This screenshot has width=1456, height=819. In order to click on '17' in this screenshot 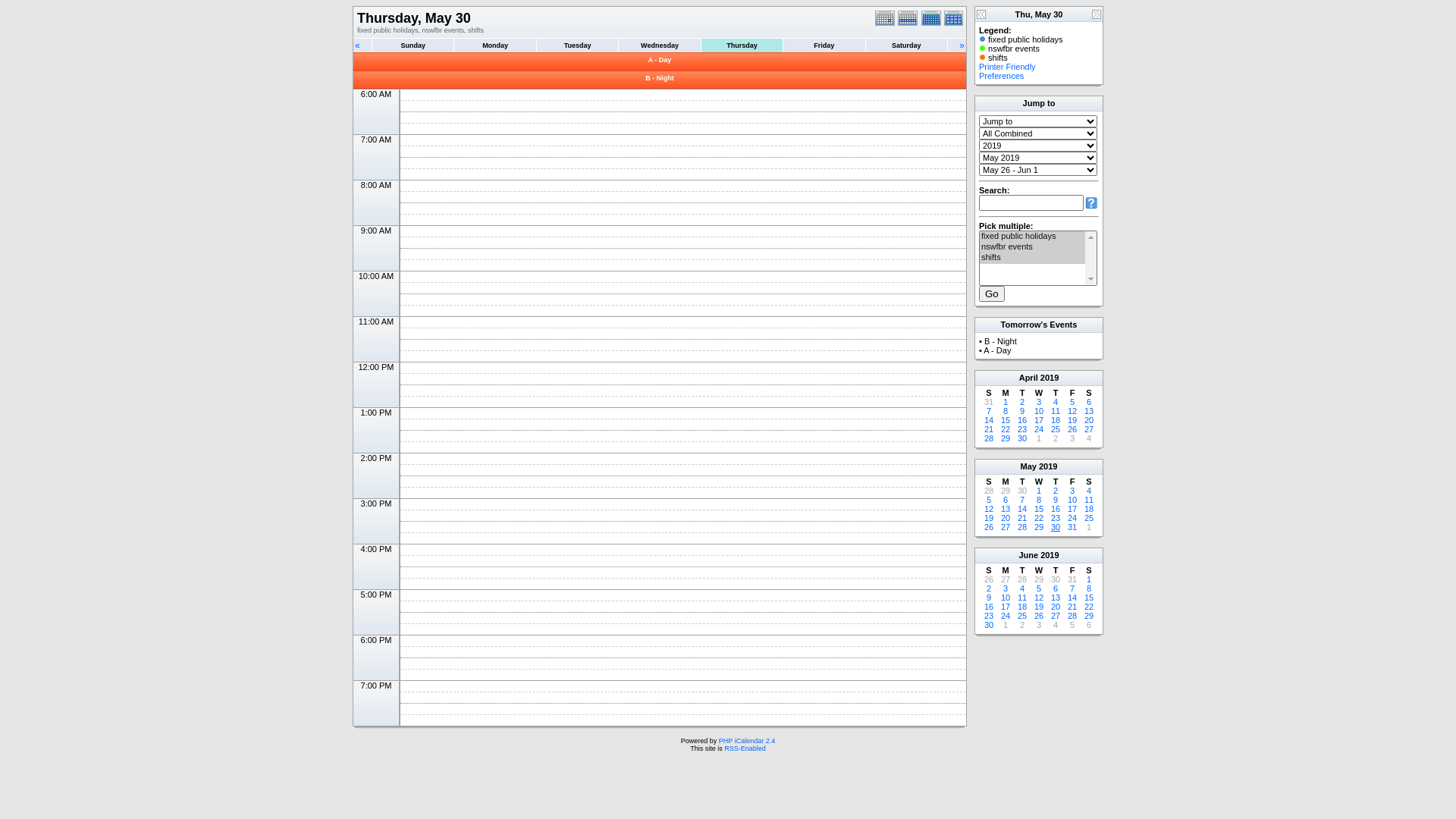, I will do `click(1037, 420)`.